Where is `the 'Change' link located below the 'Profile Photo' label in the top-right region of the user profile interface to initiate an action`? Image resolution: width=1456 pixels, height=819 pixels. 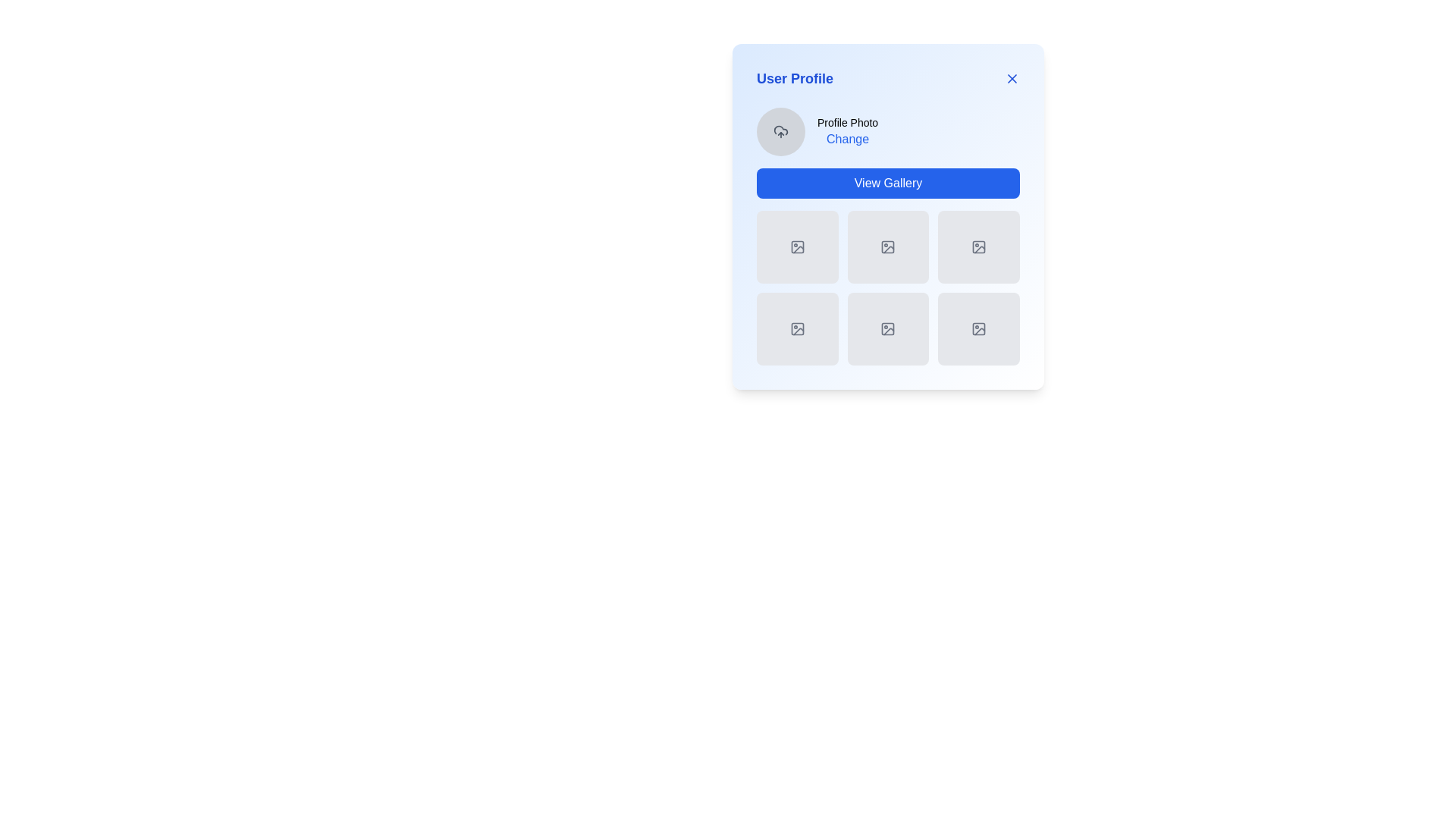
the 'Change' link located below the 'Profile Photo' label in the top-right region of the user profile interface to initiate an action is located at coordinates (847, 130).